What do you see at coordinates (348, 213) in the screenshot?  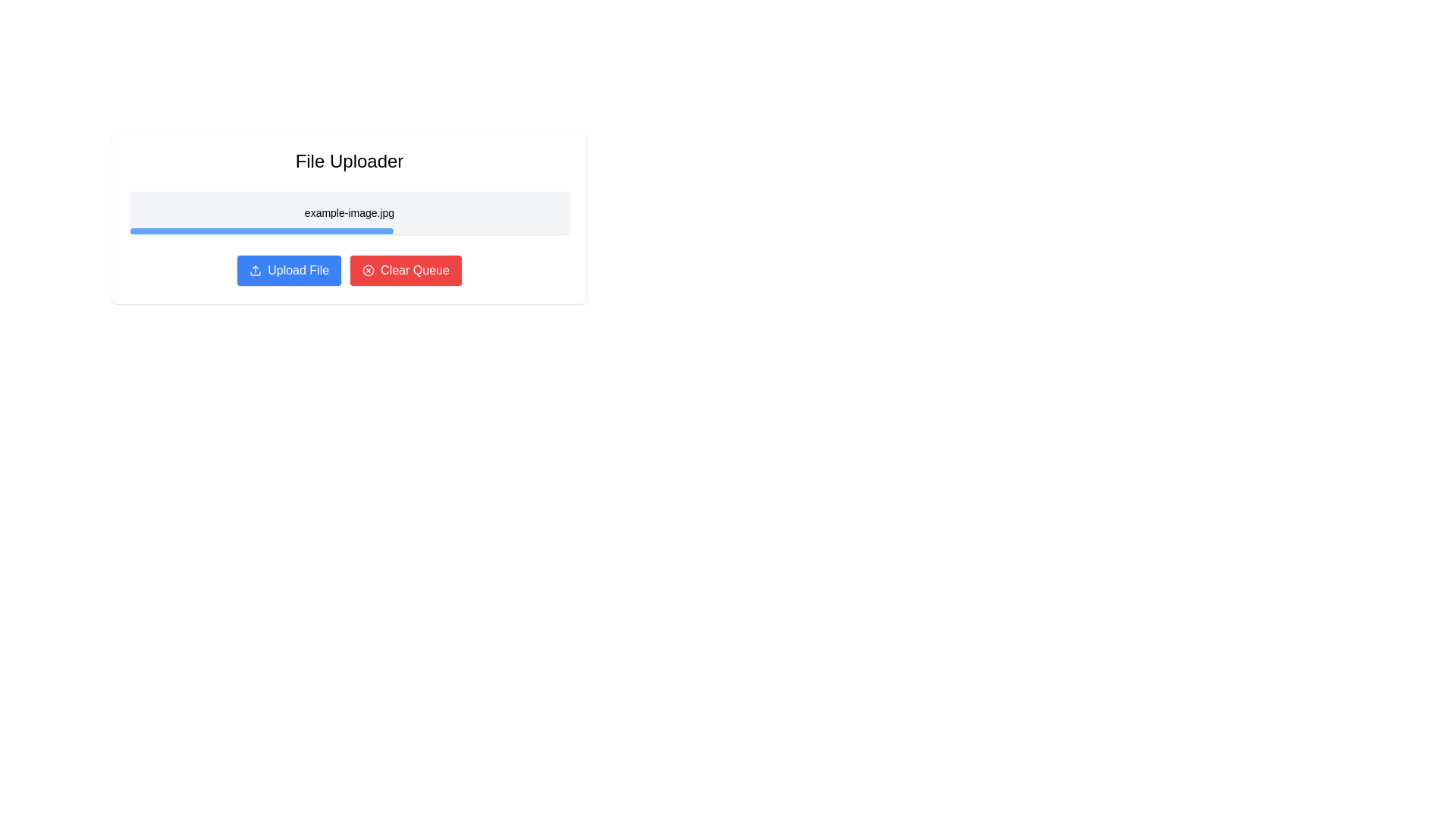 I see `label displaying the file name 'example-image.jpg' in the file upload interface, which is located below the title 'File Uploader' and above the action buttons` at bounding box center [348, 213].